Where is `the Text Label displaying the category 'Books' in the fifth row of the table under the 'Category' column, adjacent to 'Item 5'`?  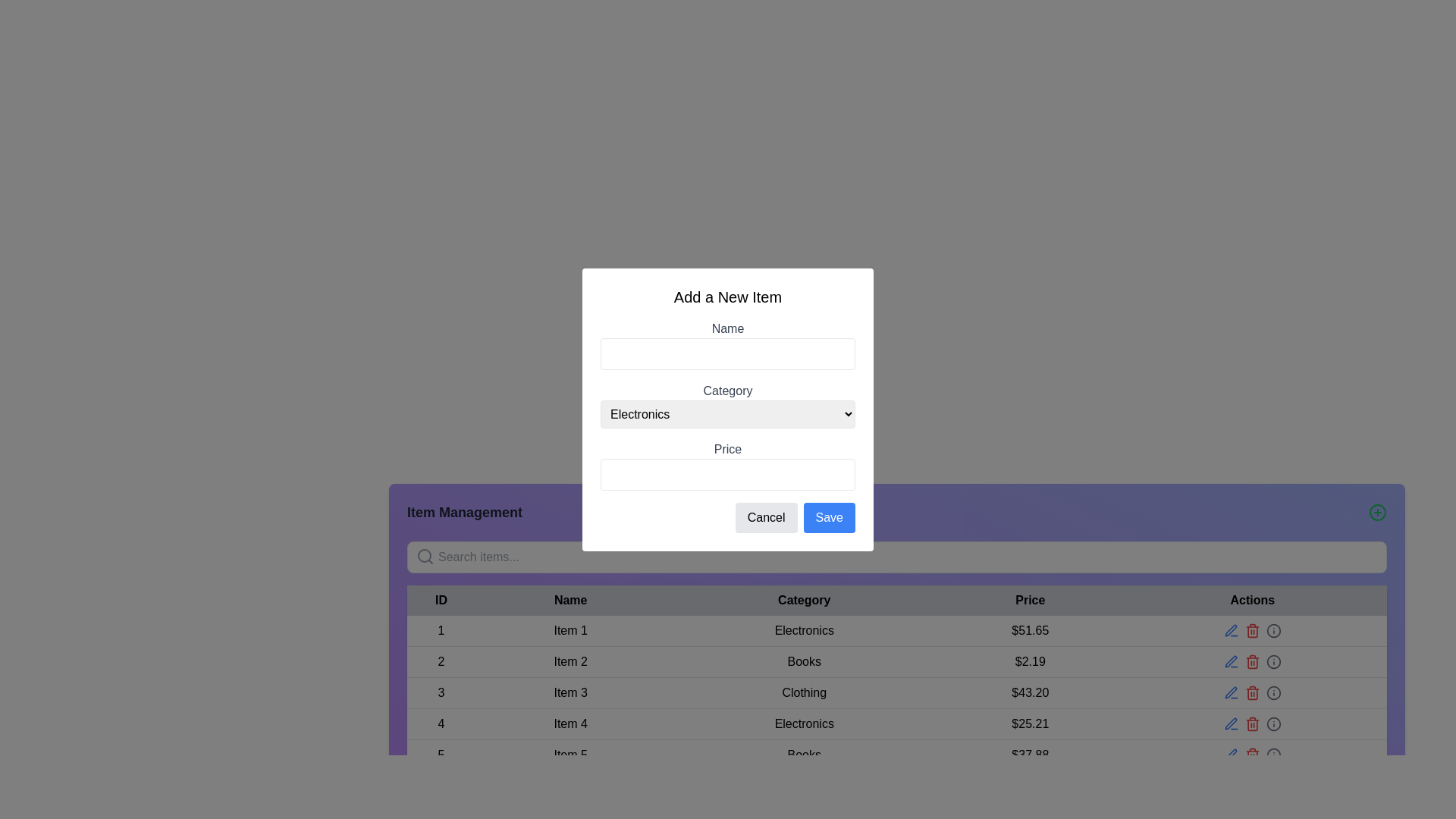
the Text Label displaying the category 'Books' in the fifth row of the table under the 'Category' column, adjacent to 'Item 5' is located at coordinates (803, 755).